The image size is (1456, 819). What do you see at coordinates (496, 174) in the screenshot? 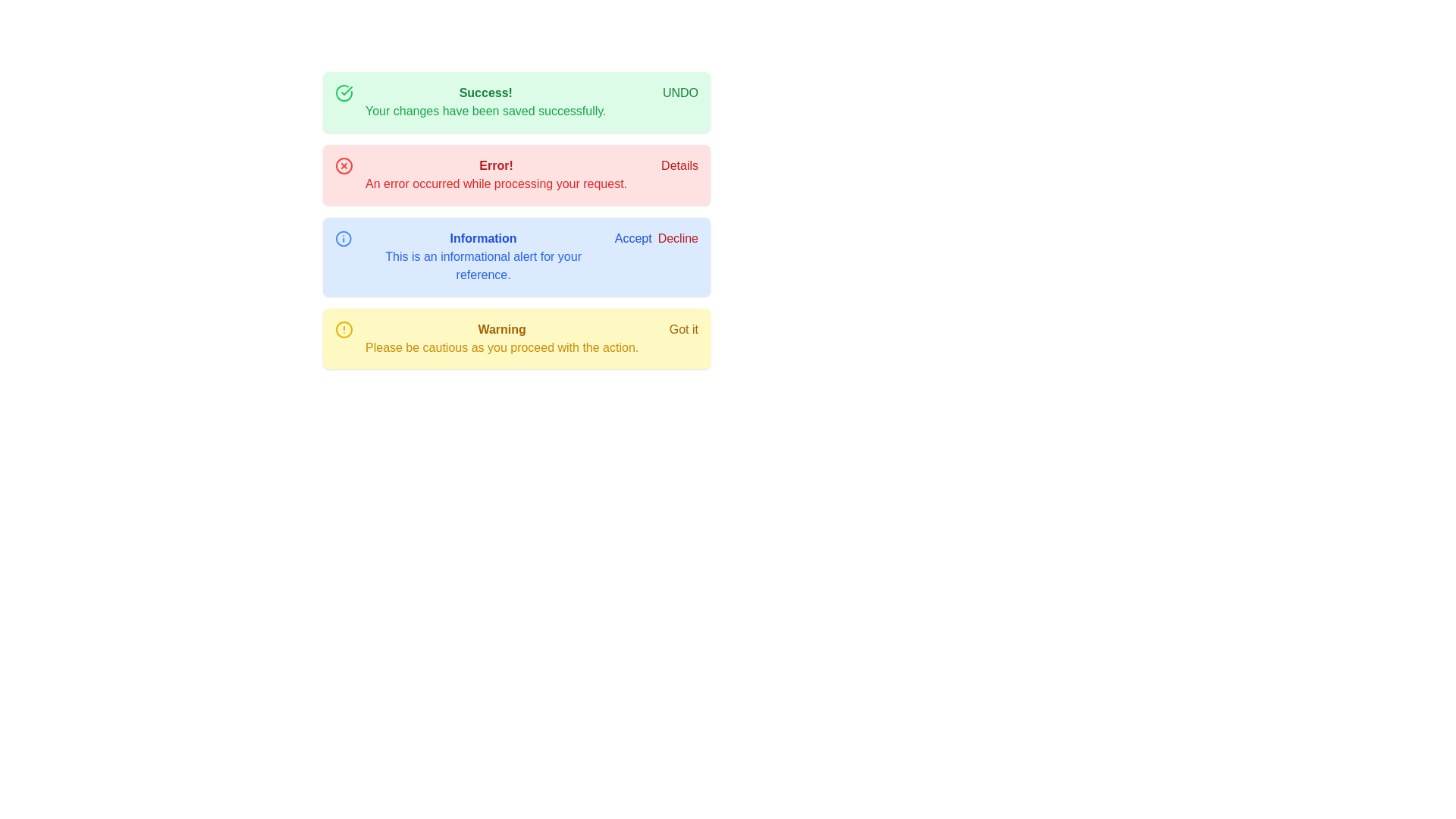
I see `error message displayed in the red-shaded notification box, which is centered in the interface` at bounding box center [496, 174].